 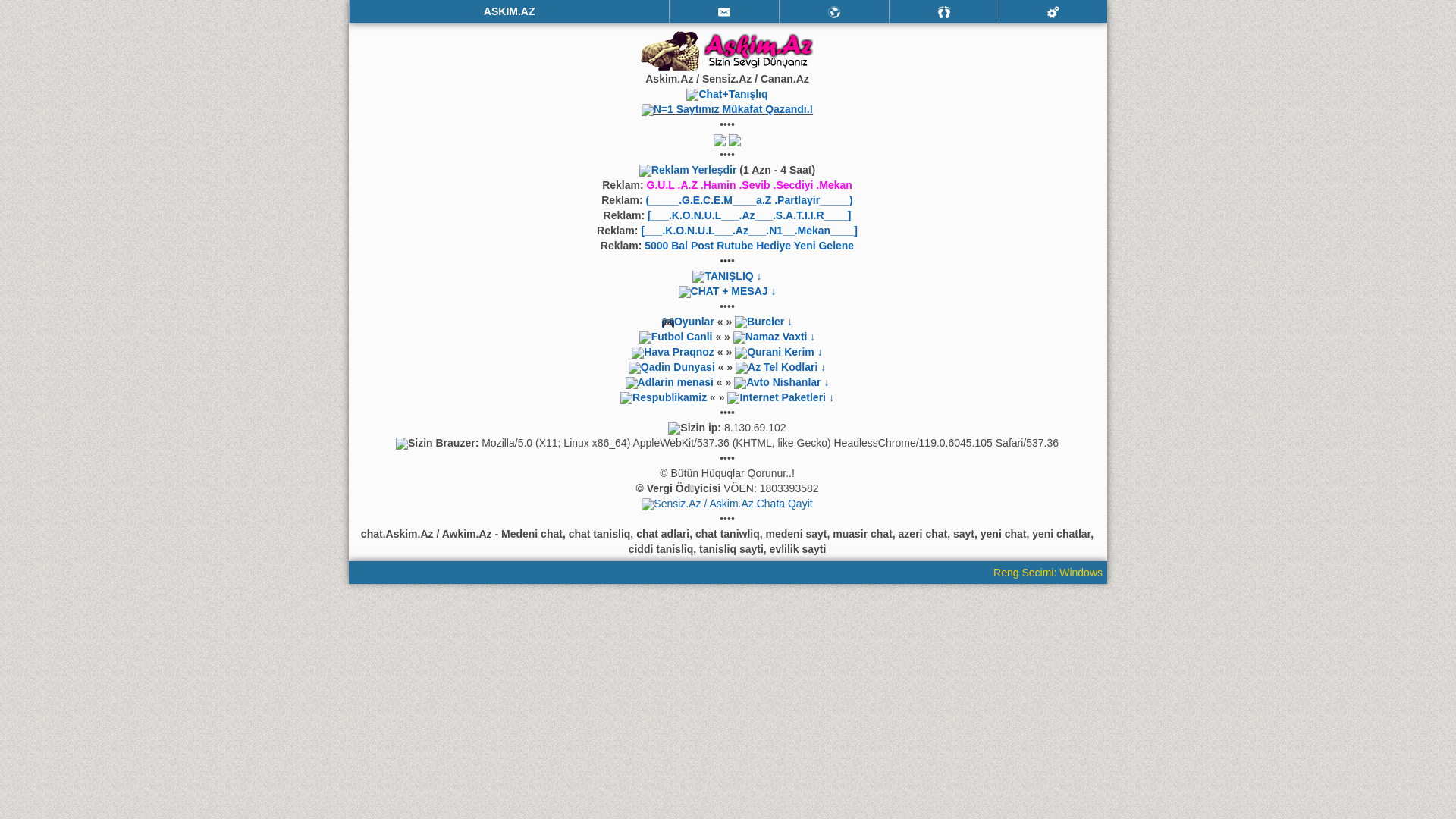 What do you see at coordinates (669, 397) in the screenshot?
I see `'Respublikamiz'` at bounding box center [669, 397].